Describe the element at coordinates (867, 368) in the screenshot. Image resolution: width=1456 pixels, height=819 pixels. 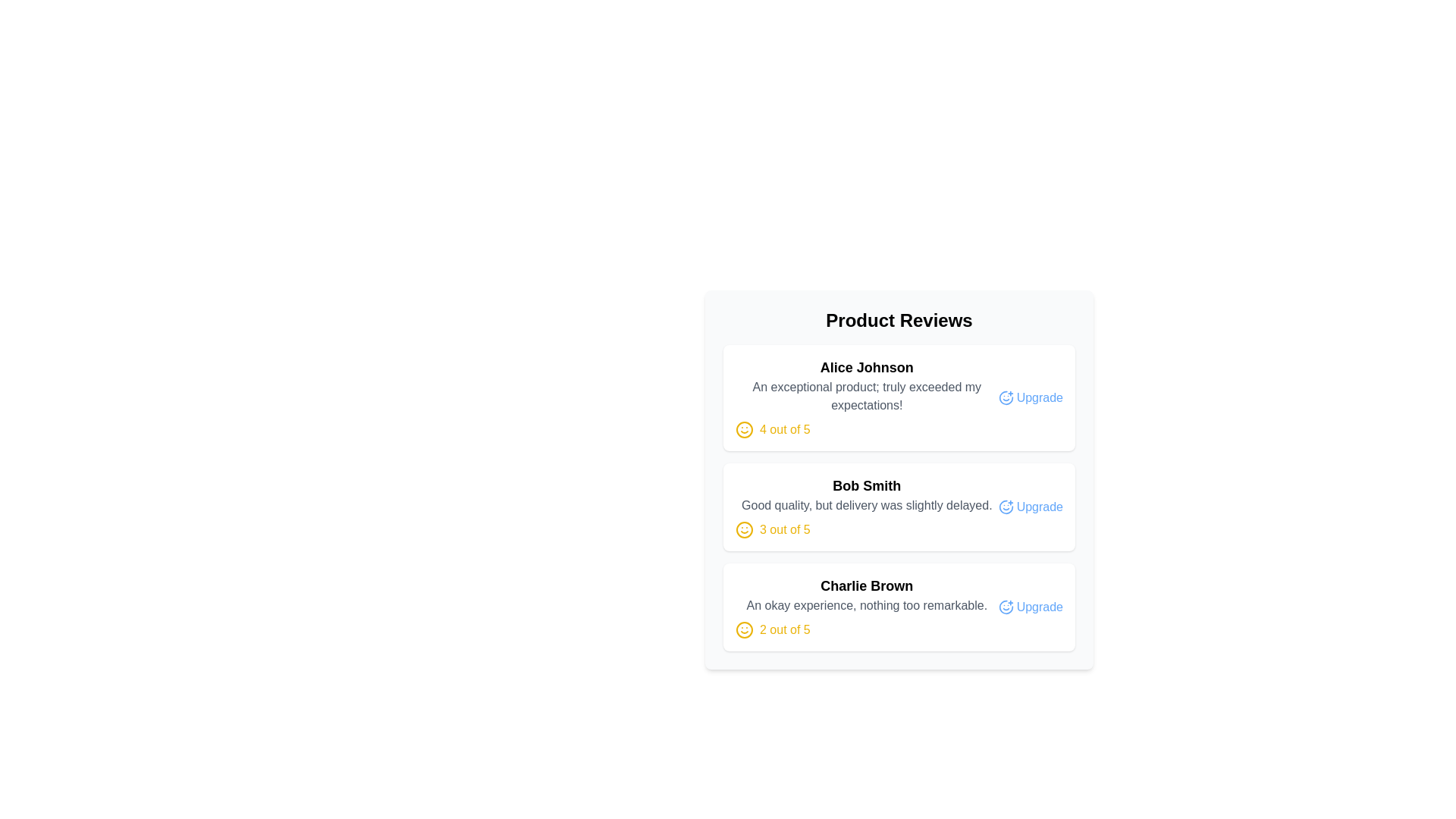
I see `the reviewer name Alice Johnson to observe it` at that location.